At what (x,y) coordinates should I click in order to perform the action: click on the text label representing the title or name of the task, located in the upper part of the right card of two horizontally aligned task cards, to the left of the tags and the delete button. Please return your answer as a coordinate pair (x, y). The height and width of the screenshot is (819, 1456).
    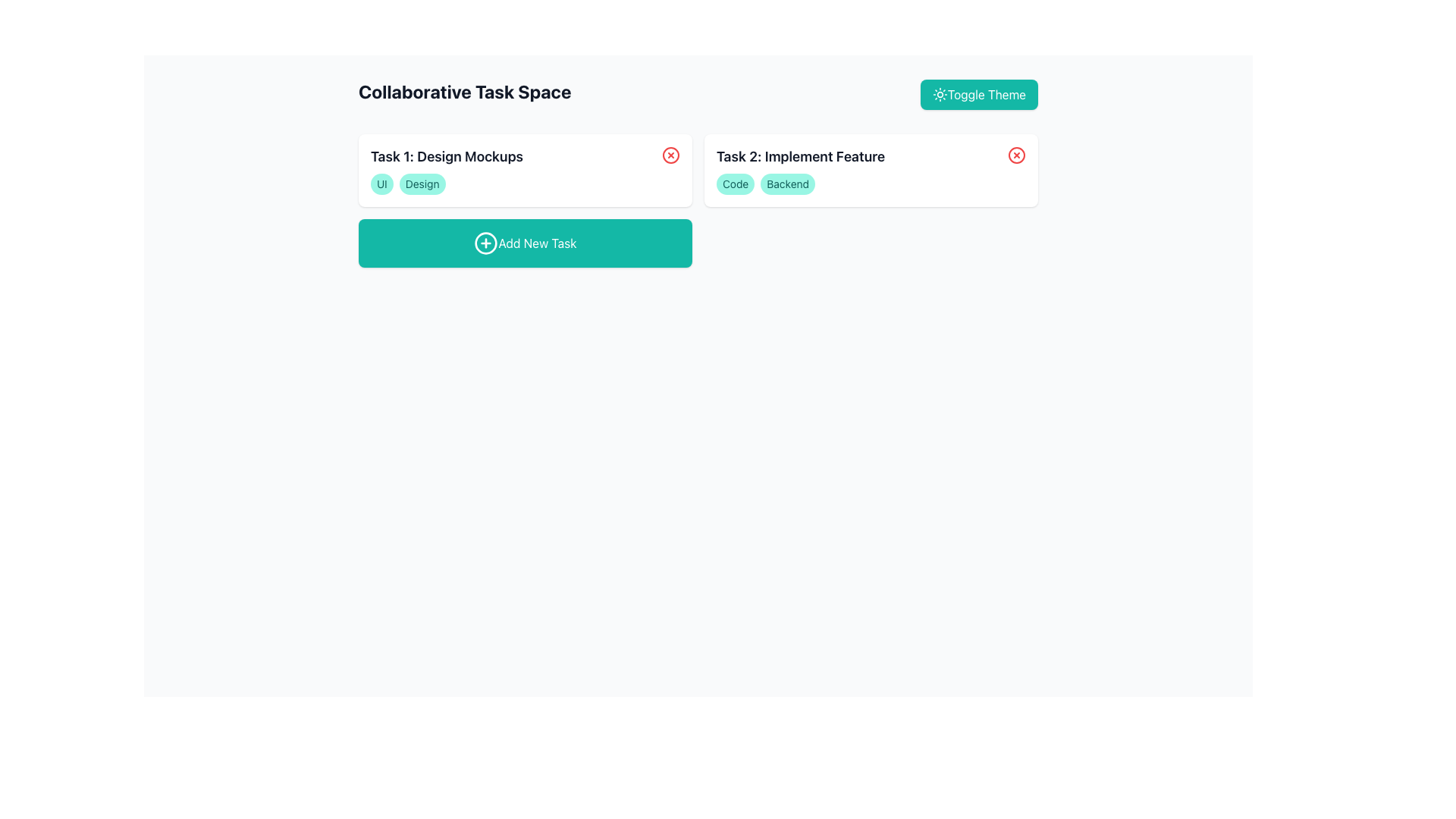
    Looking at the image, I should click on (800, 157).